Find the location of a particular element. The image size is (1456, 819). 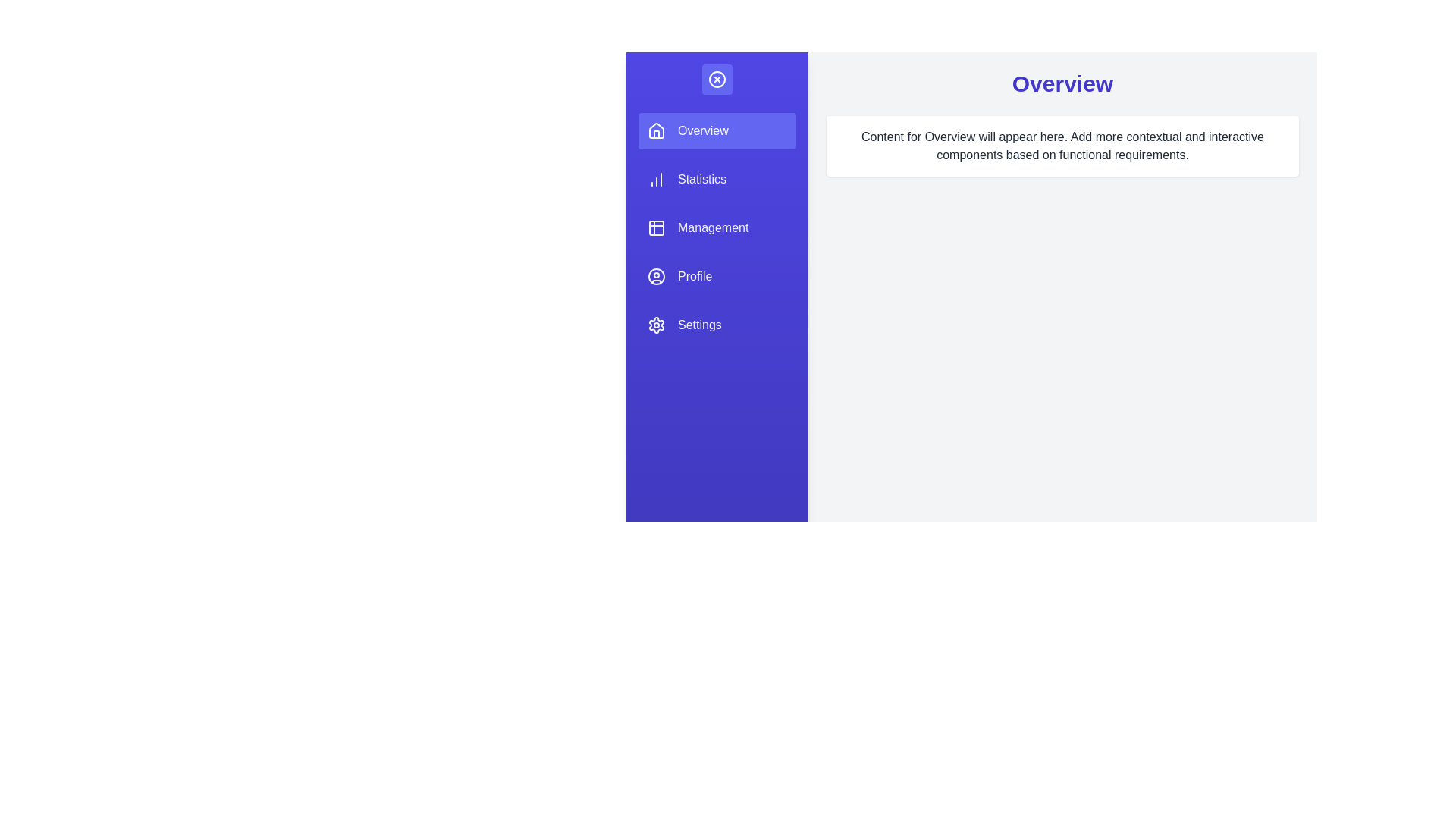

the Overview tab from the sidebar menu is located at coordinates (716, 130).